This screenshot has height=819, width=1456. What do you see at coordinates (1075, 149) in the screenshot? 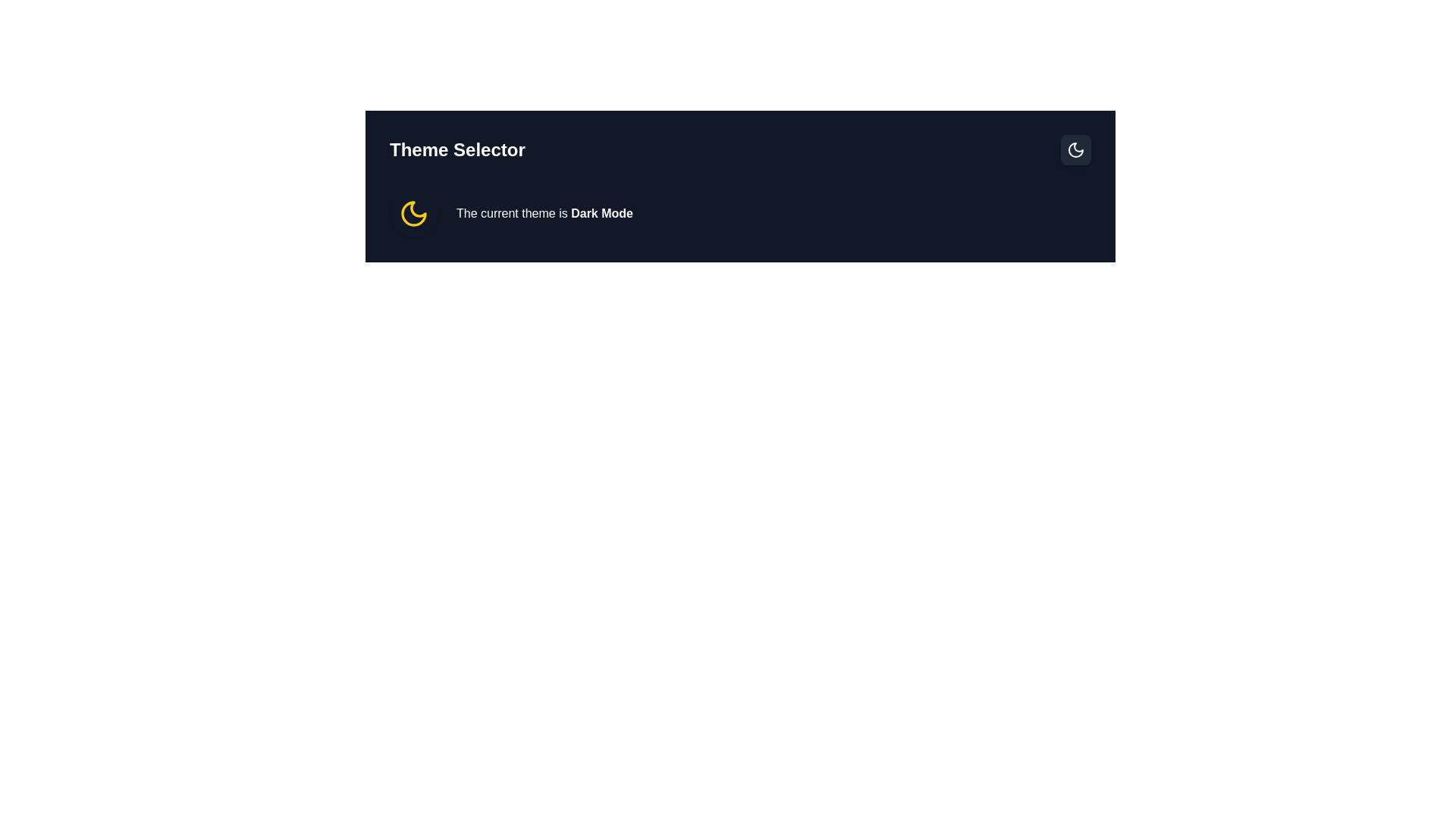
I see `the Vector graphical icon representing 'Dark Mode' located to the left of the text 'The current theme is Dark Mode' in the top-left corner of the interface` at bounding box center [1075, 149].